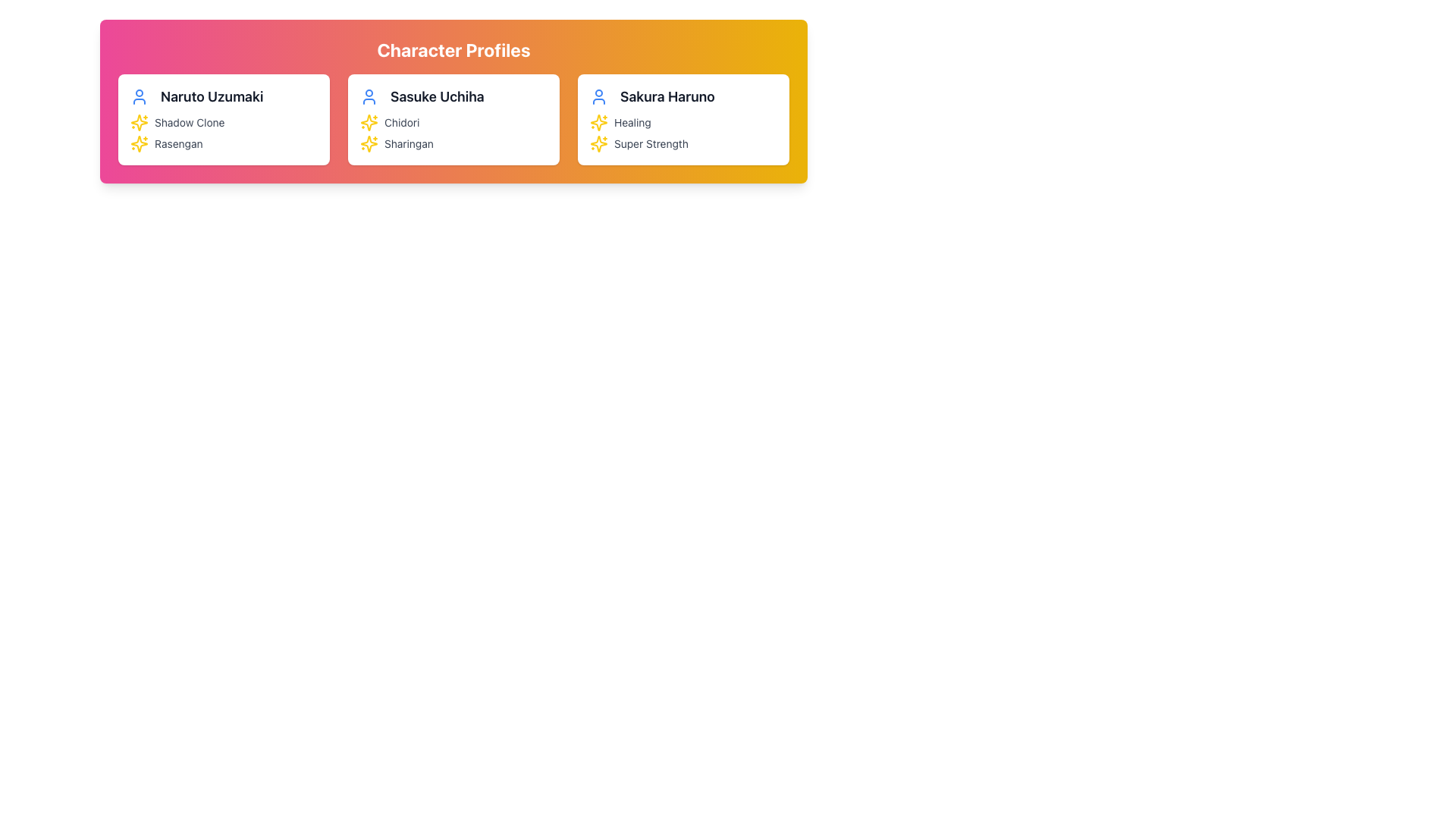  I want to click on the text label that displays 'Sasuke Uchiha', which is styled in bold and larger font, located in the central profile card below the blue user-icon glyph, so click(453, 96).